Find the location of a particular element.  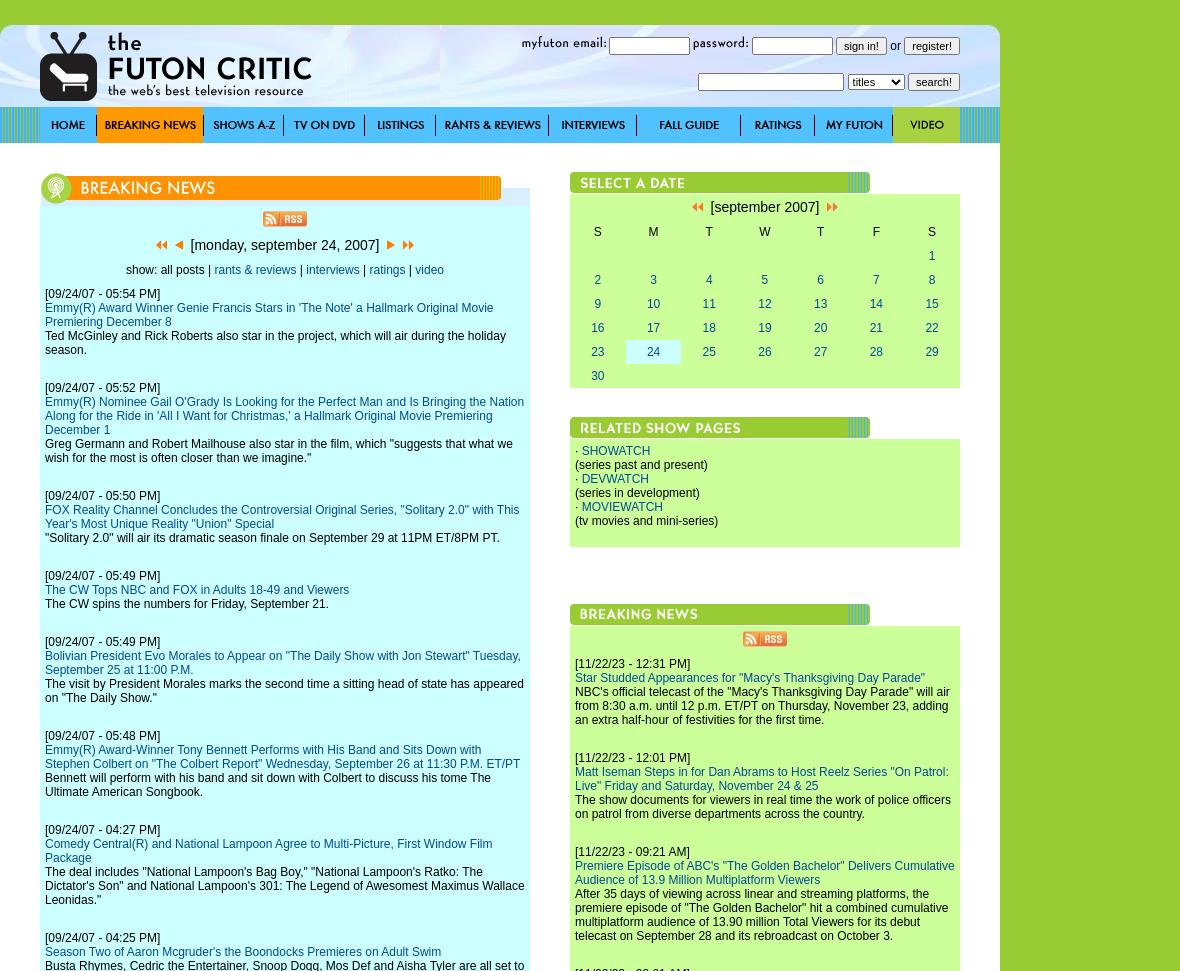

'25' is located at coordinates (707, 351).